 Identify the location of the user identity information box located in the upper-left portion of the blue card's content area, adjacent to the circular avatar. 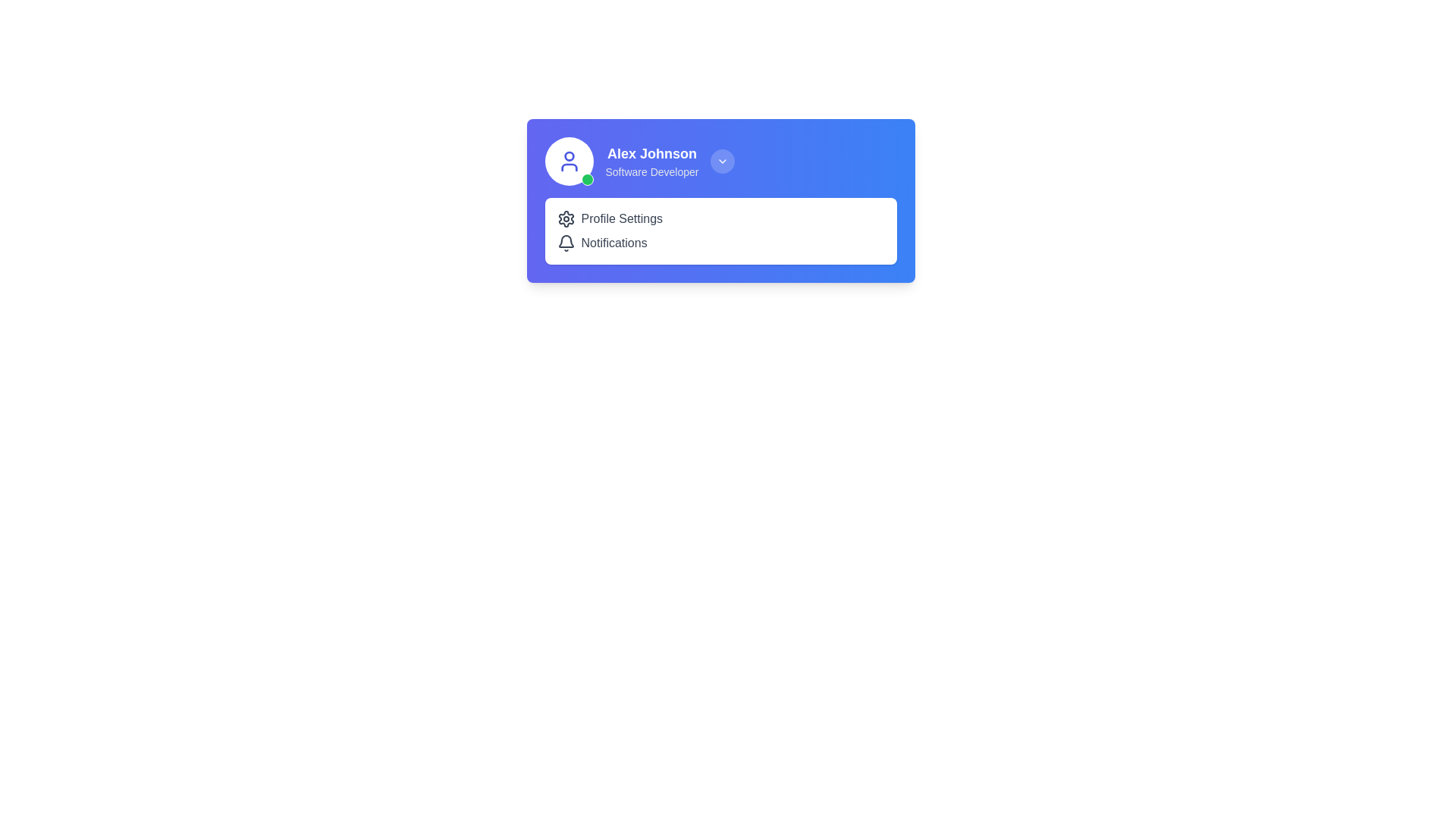
(651, 161).